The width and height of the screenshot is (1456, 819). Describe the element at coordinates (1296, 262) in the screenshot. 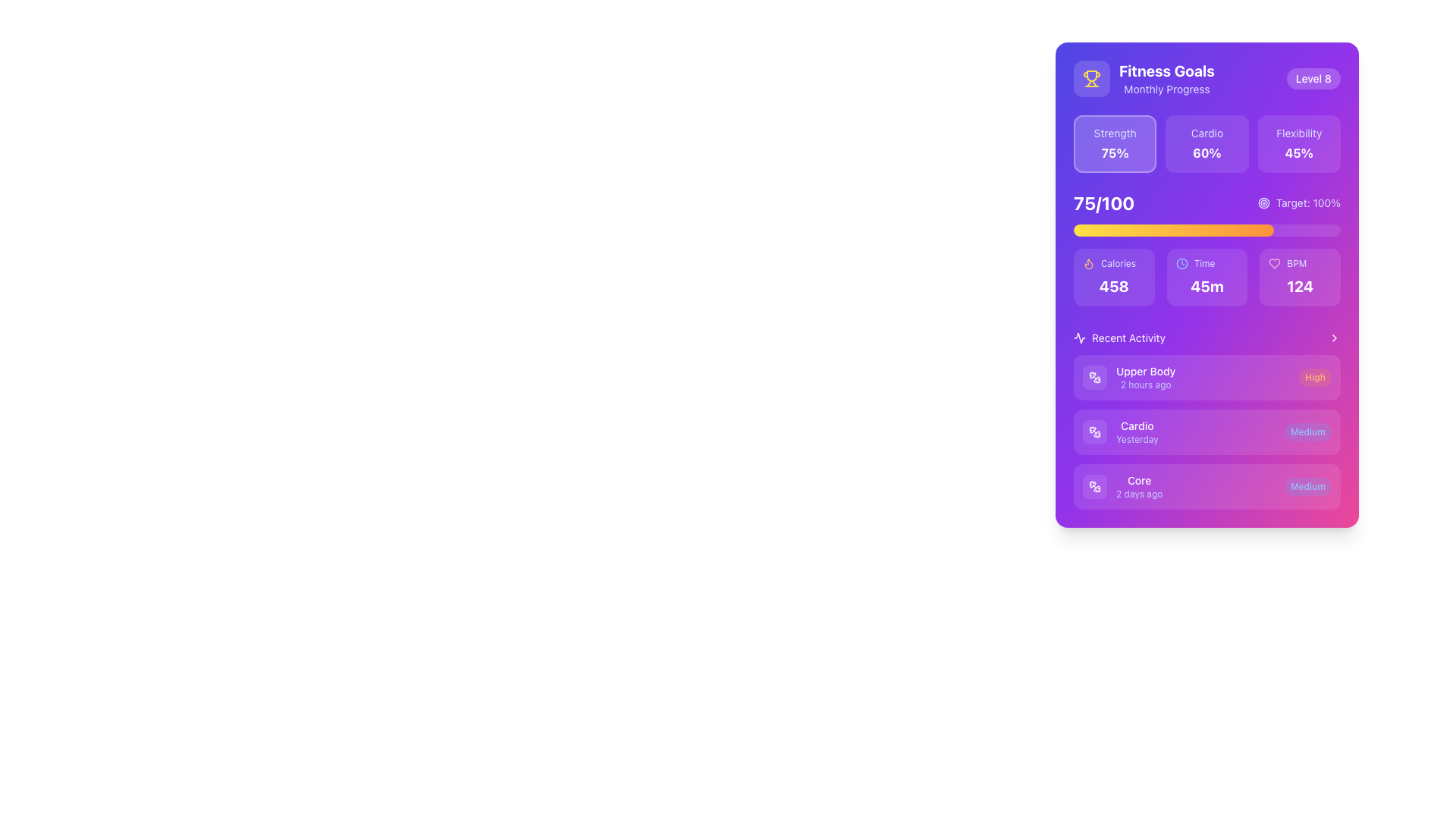

I see `the 'BPM' text label, which is displayed in a small white font on a purple background, located to the right of the pink heart icon in the fitness goals metrics section` at that location.